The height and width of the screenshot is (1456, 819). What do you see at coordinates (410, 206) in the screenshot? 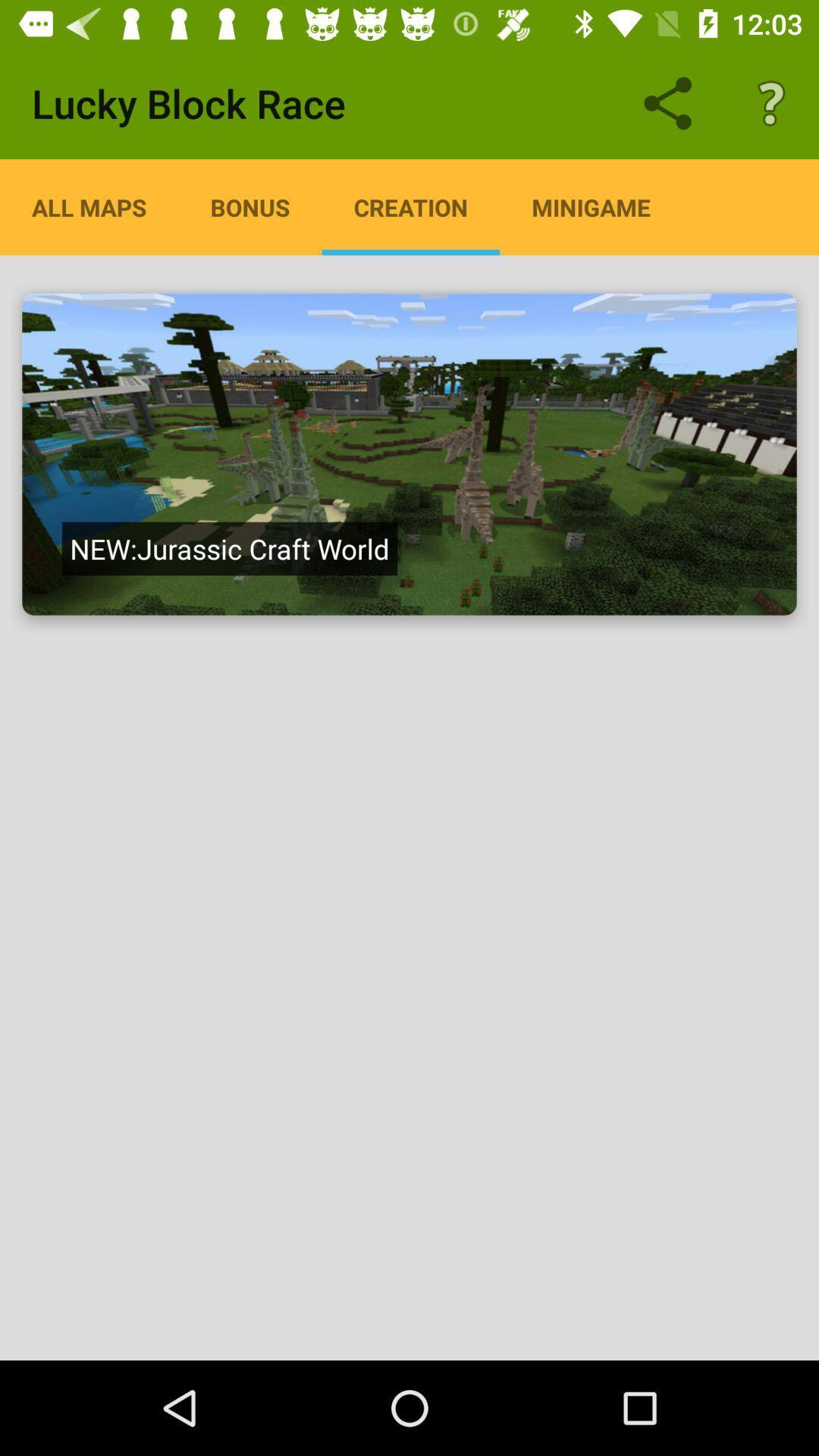
I see `item to the right of the bonus` at bounding box center [410, 206].